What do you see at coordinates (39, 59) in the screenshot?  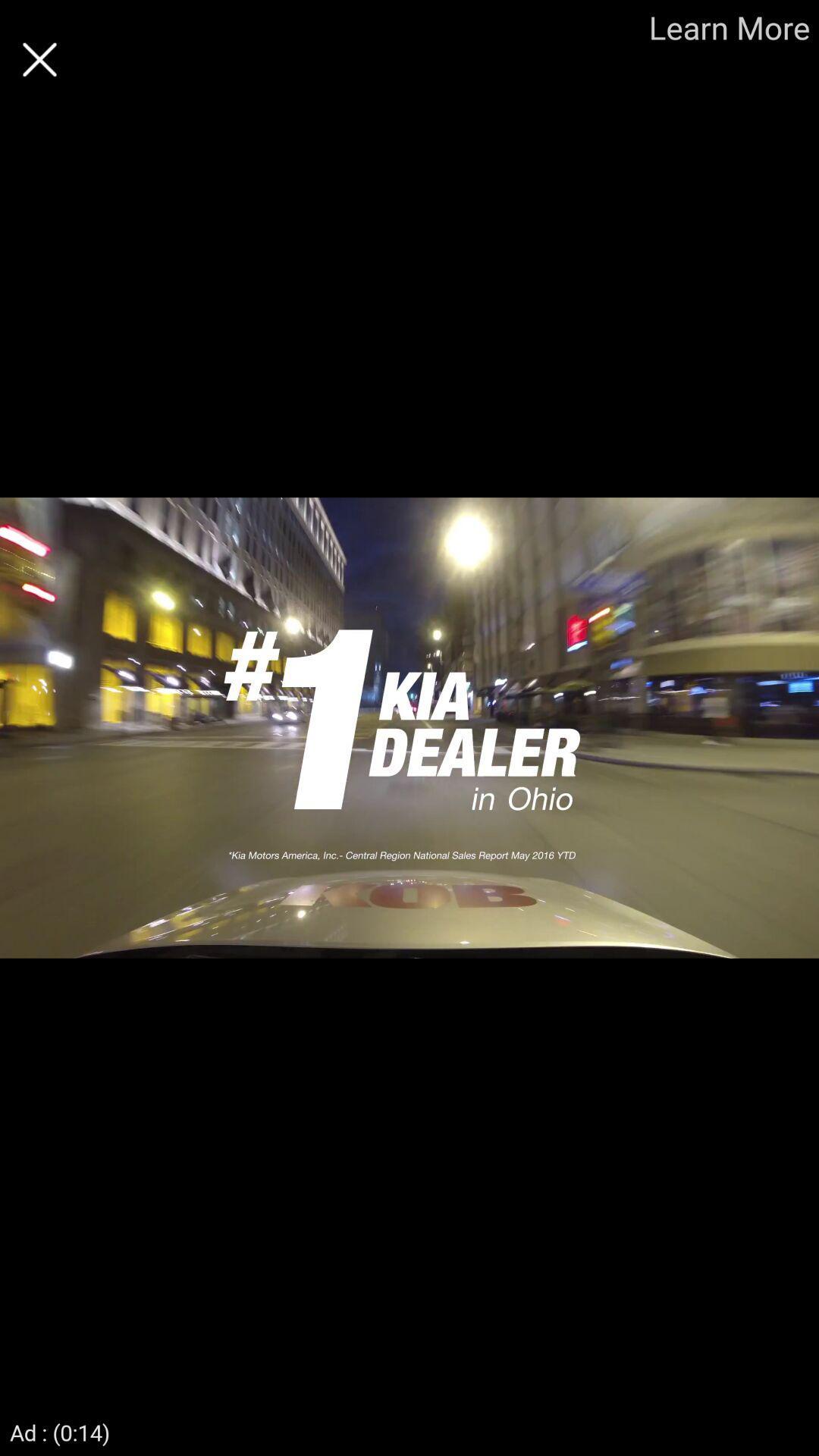 I see `out screen` at bounding box center [39, 59].